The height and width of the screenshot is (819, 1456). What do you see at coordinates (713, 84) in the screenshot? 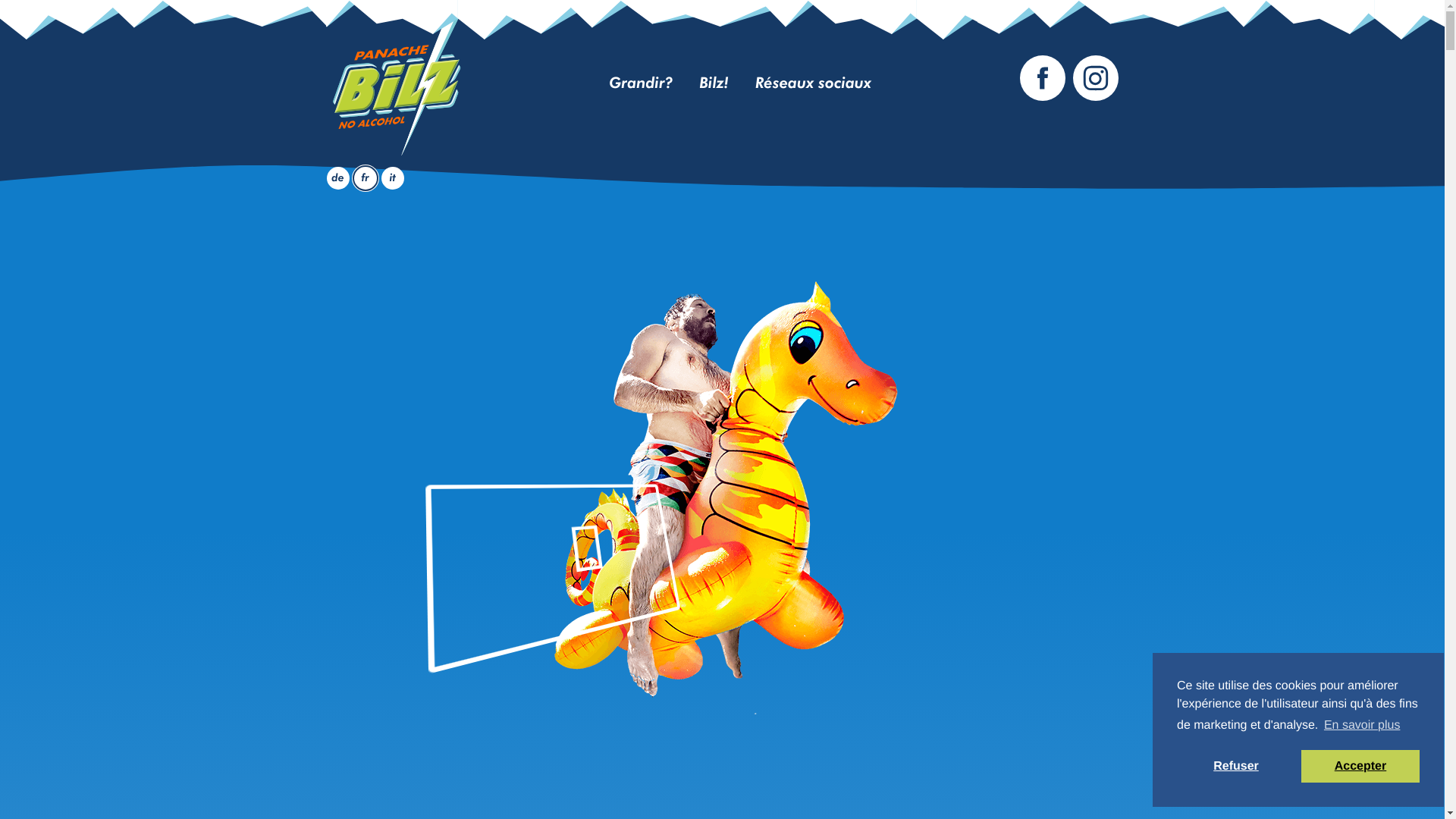
I see `'Bilz!'` at bounding box center [713, 84].